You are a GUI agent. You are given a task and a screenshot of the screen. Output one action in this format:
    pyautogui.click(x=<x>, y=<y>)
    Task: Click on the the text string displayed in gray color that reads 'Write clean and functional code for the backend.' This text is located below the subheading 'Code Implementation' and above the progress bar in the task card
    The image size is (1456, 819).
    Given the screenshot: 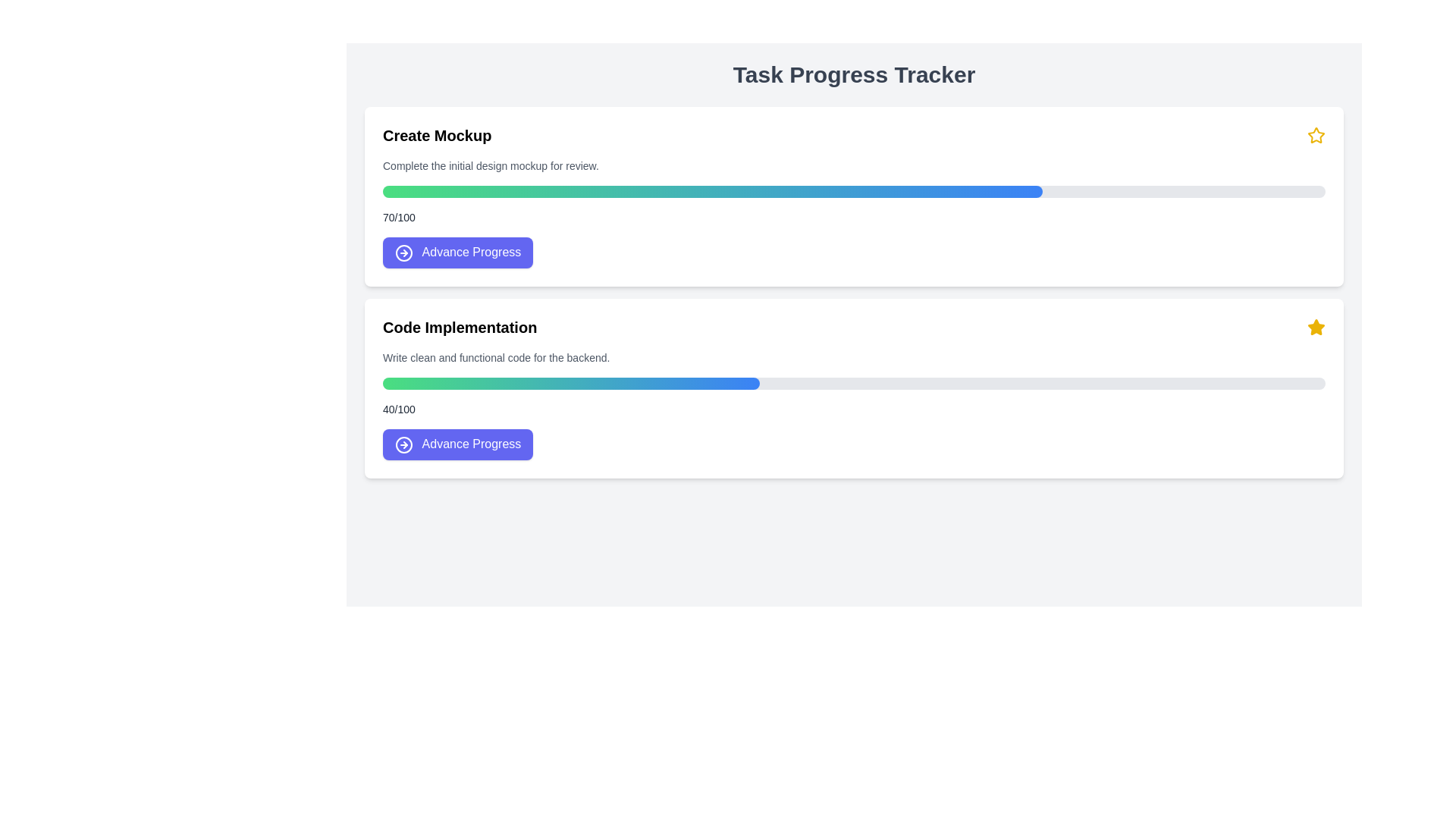 What is the action you would take?
    pyautogui.click(x=496, y=357)
    